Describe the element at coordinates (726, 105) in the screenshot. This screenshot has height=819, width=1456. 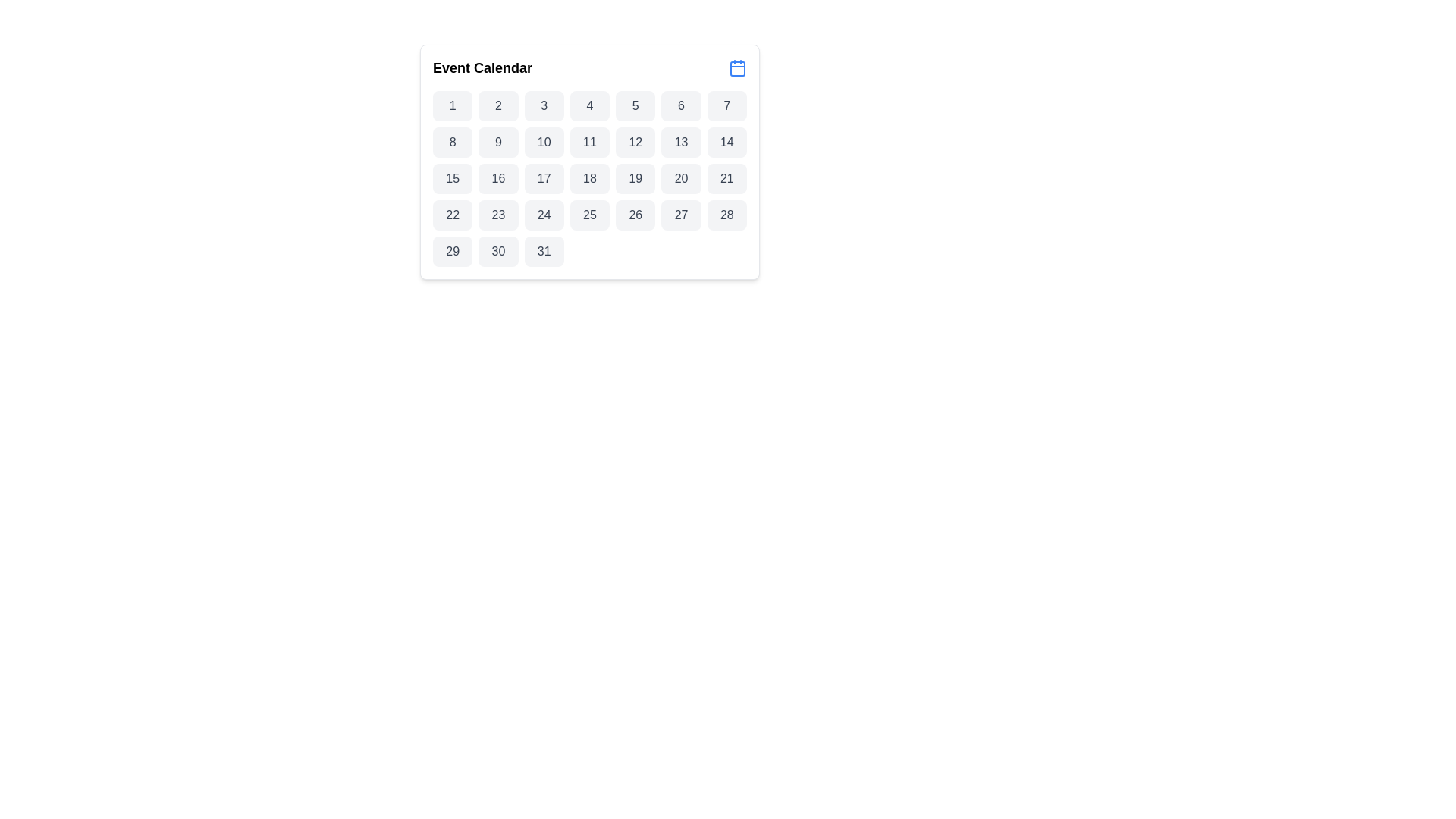
I see `the button representing the seventh day in the calendar interface` at that location.